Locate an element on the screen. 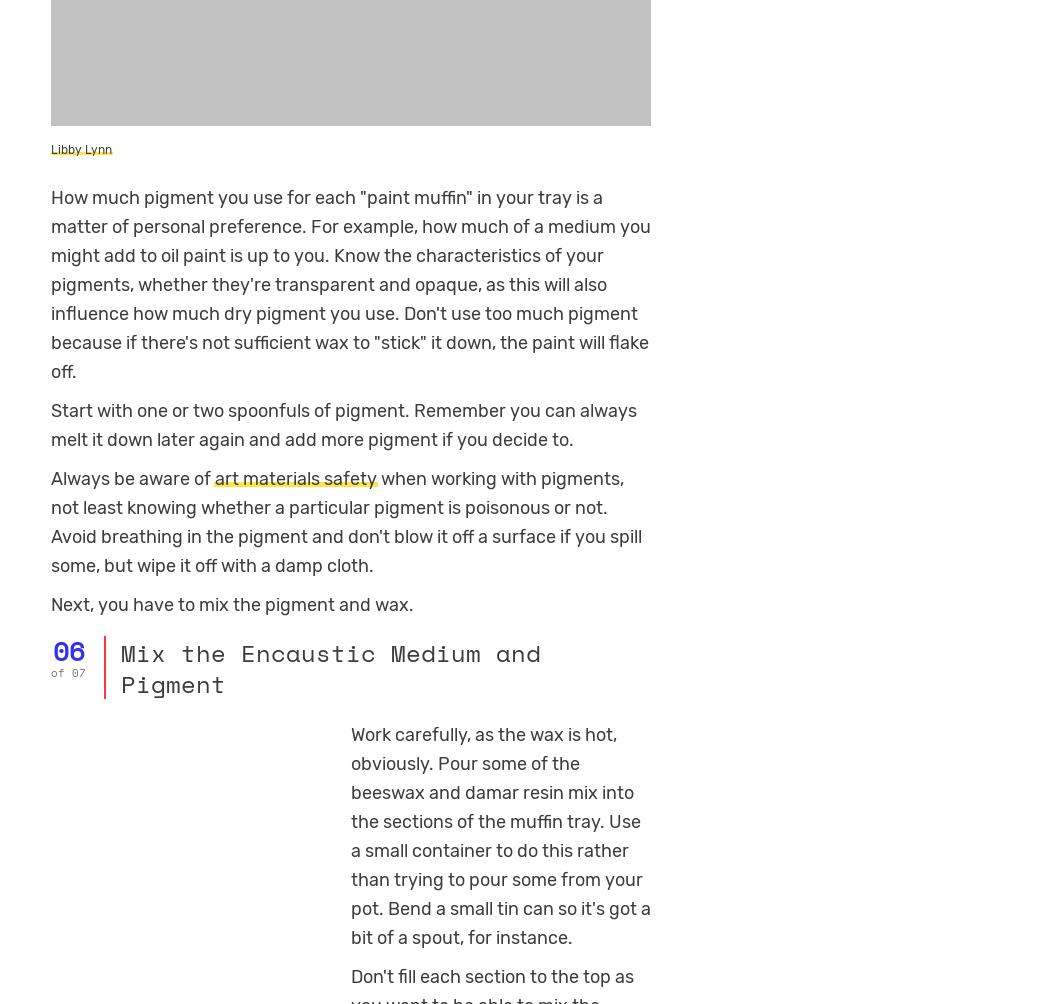 The width and height of the screenshot is (1050, 1004). 'Libby Lynn' is located at coordinates (81, 148).